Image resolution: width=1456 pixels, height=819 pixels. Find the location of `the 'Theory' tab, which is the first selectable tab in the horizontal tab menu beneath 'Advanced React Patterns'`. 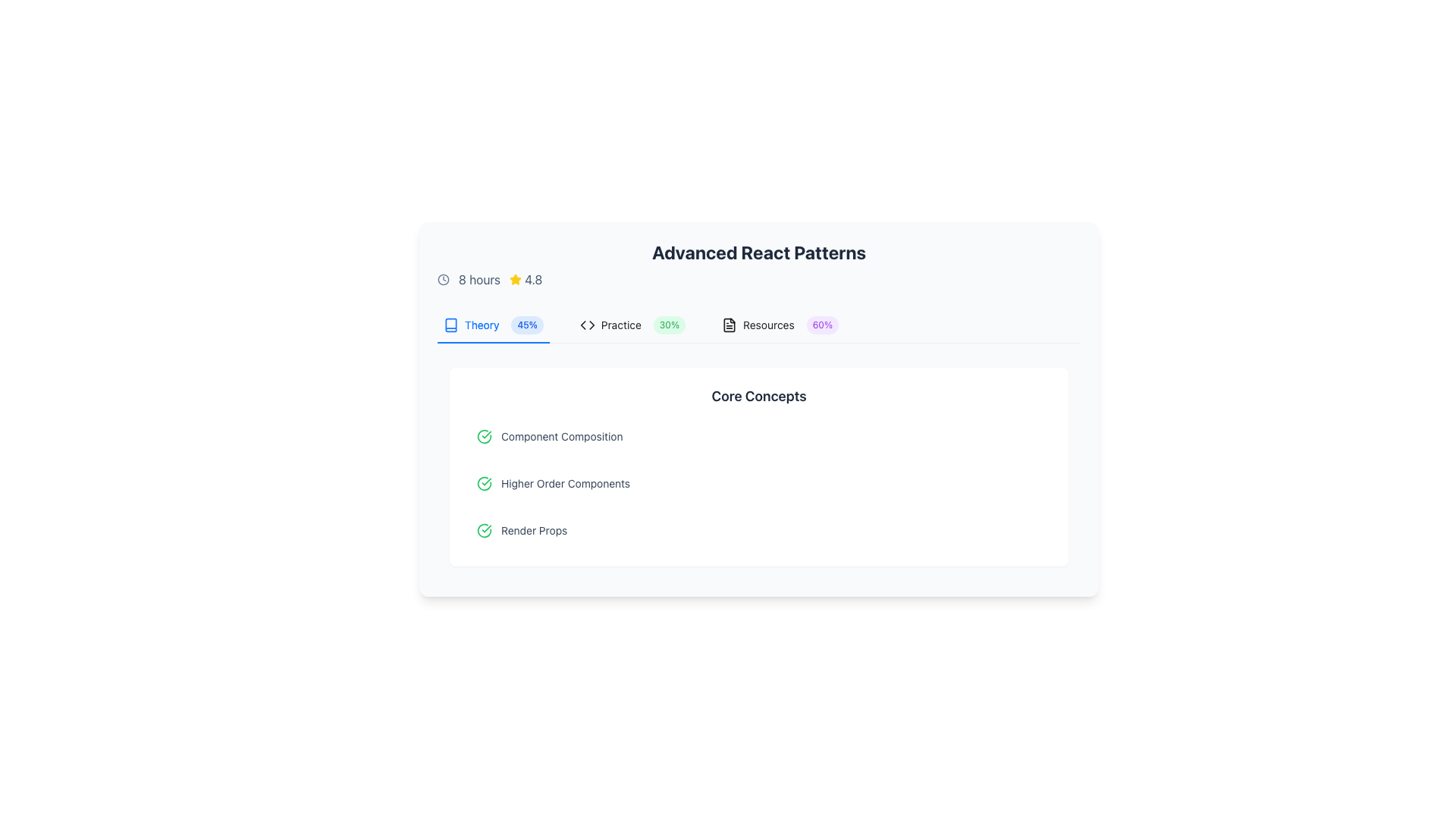

the 'Theory' tab, which is the first selectable tab in the horizontal tab menu beneath 'Advanced React Patterns' is located at coordinates (493, 324).